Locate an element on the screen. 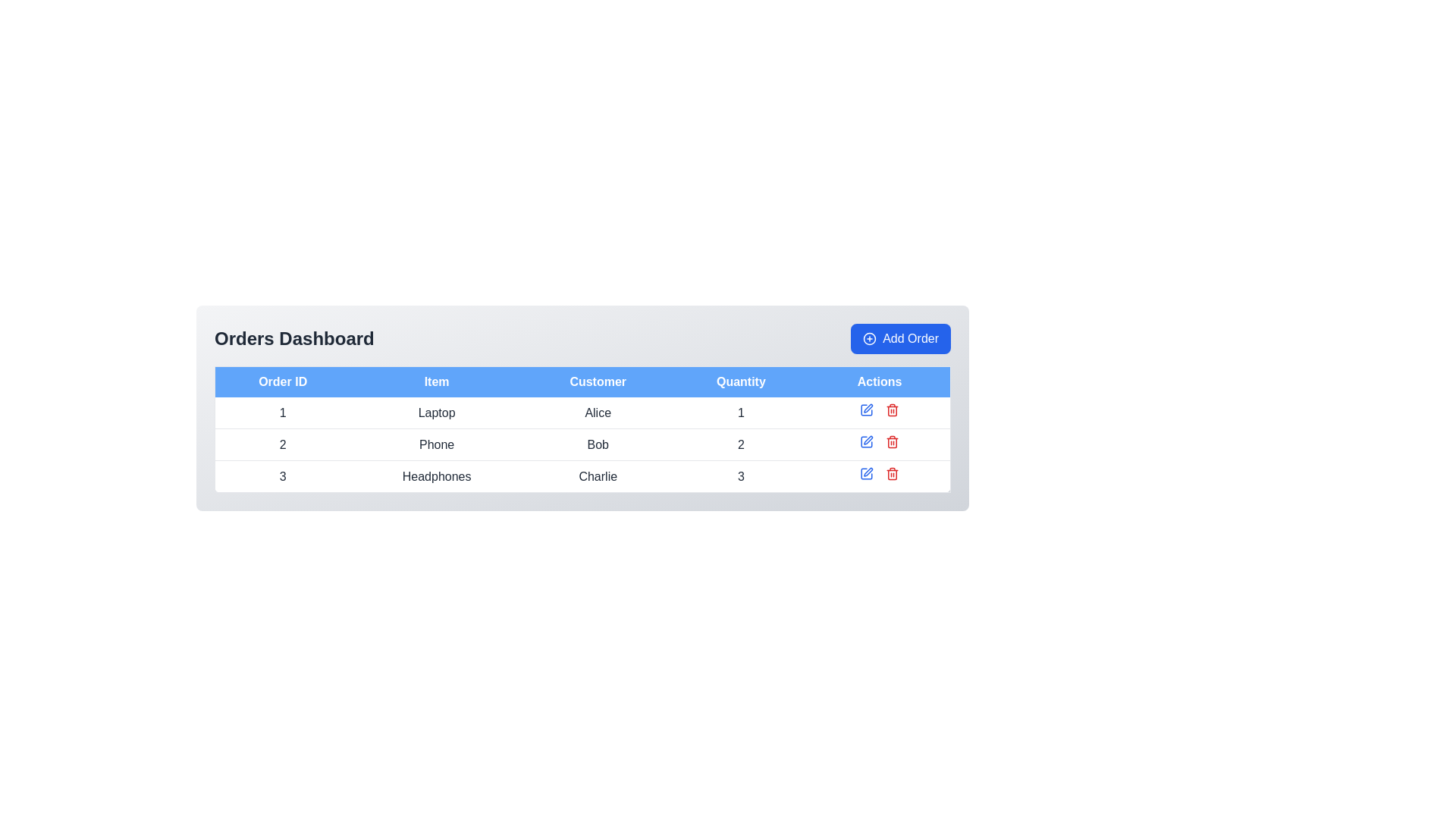  the blue square icon button containing a pen symbol in the 'Actions' column of the first row of the table is located at coordinates (867, 409).